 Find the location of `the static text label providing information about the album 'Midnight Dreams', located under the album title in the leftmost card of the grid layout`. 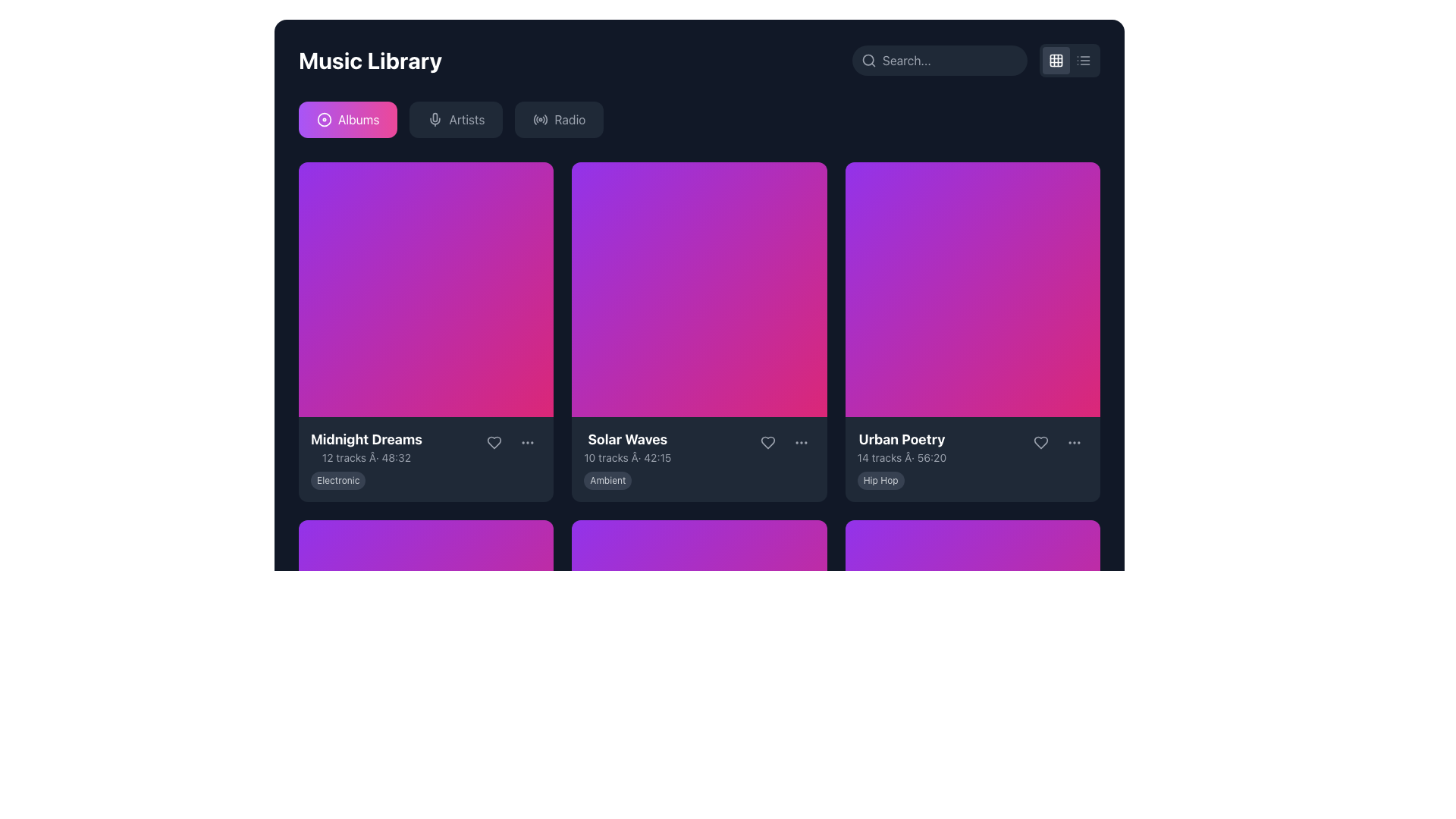

the static text label providing information about the album 'Midnight Dreams', located under the album title in the leftmost card of the grid layout is located at coordinates (366, 457).